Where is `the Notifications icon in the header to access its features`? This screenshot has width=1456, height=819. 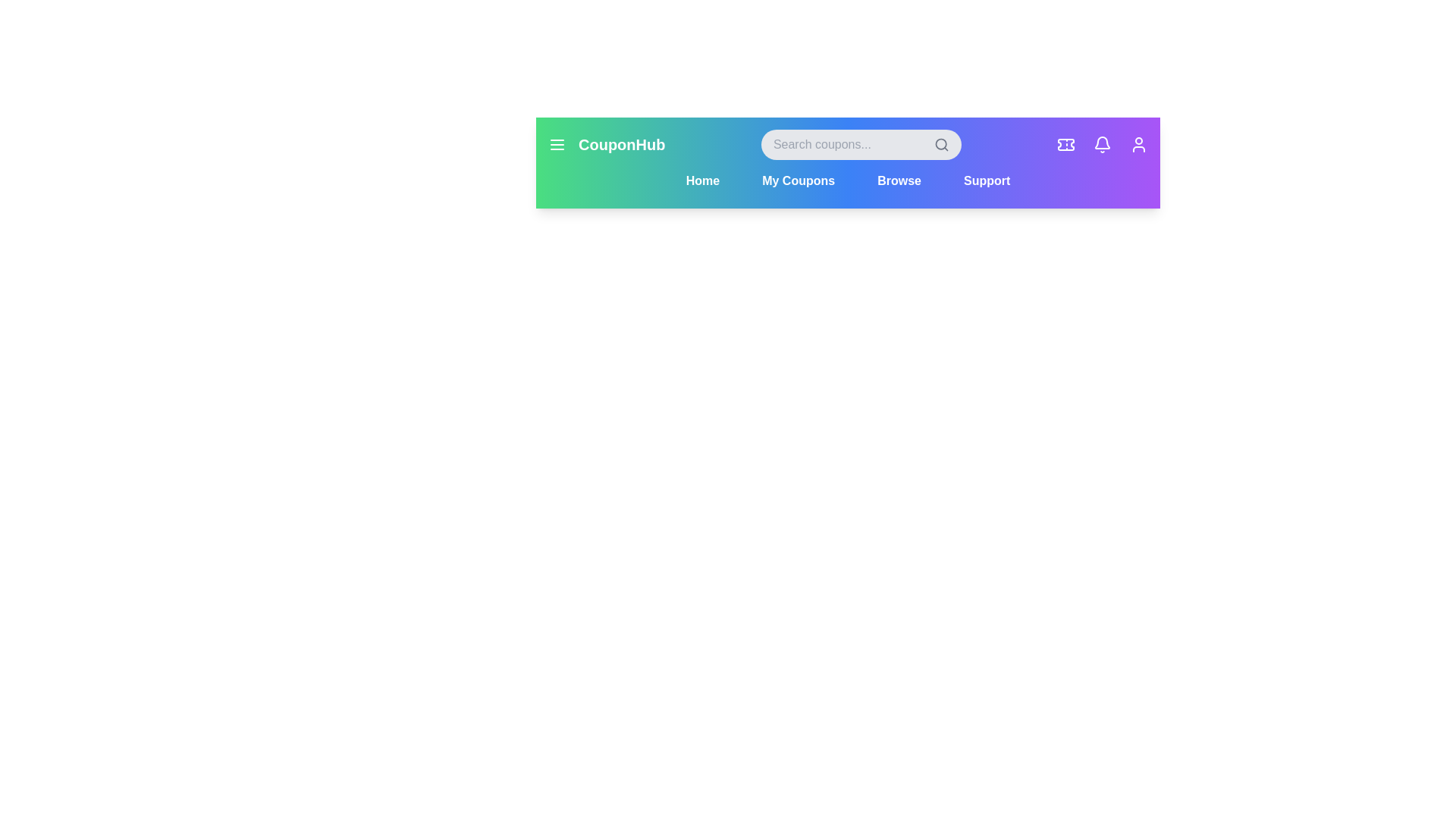
the Notifications icon in the header to access its features is located at coordinates (1103, 145).